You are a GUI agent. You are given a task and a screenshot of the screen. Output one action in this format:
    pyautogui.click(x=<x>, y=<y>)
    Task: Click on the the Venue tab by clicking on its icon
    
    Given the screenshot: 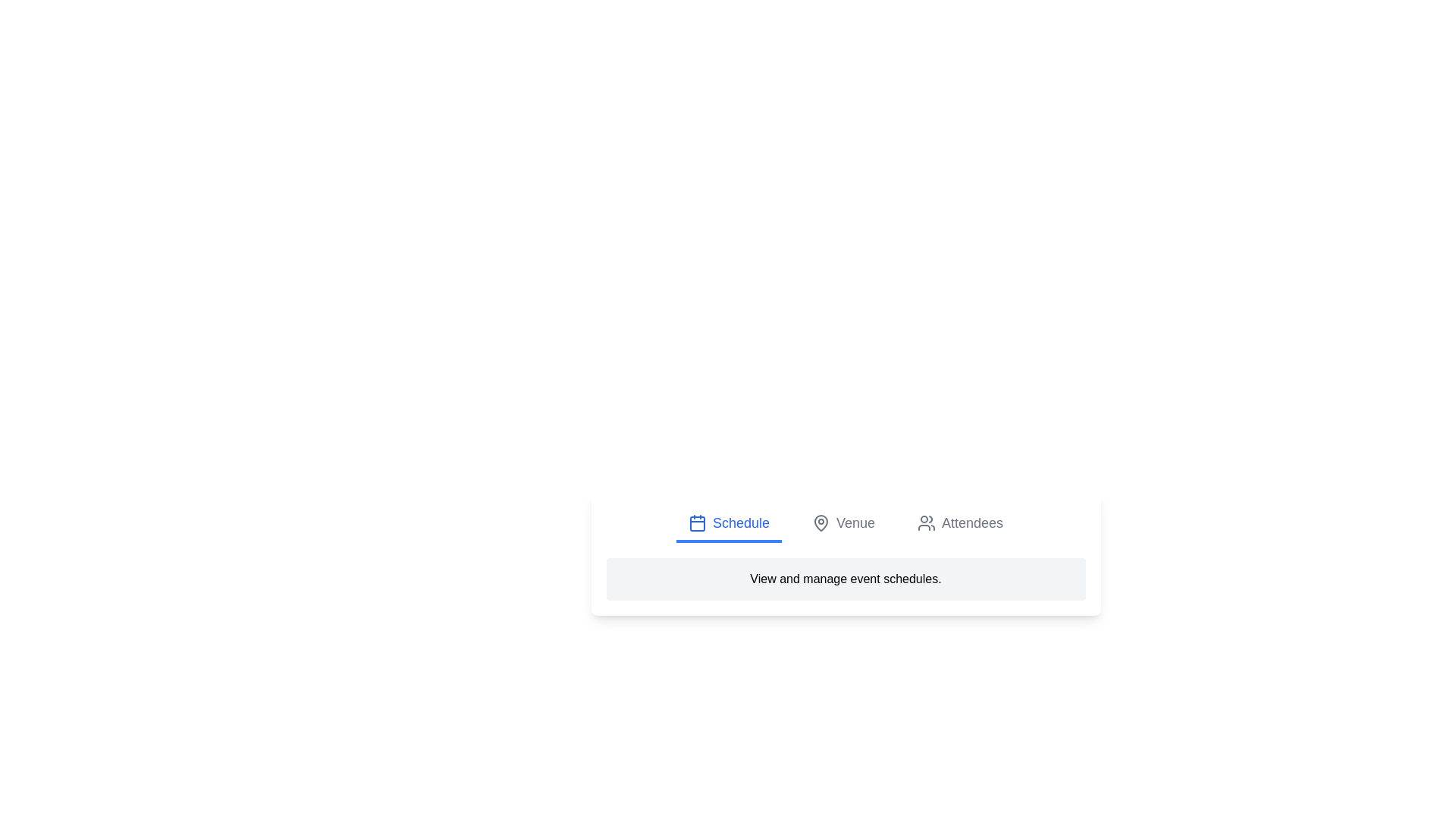 What is the action you would take?
    pyautogui.click(x=820, y=522)
    